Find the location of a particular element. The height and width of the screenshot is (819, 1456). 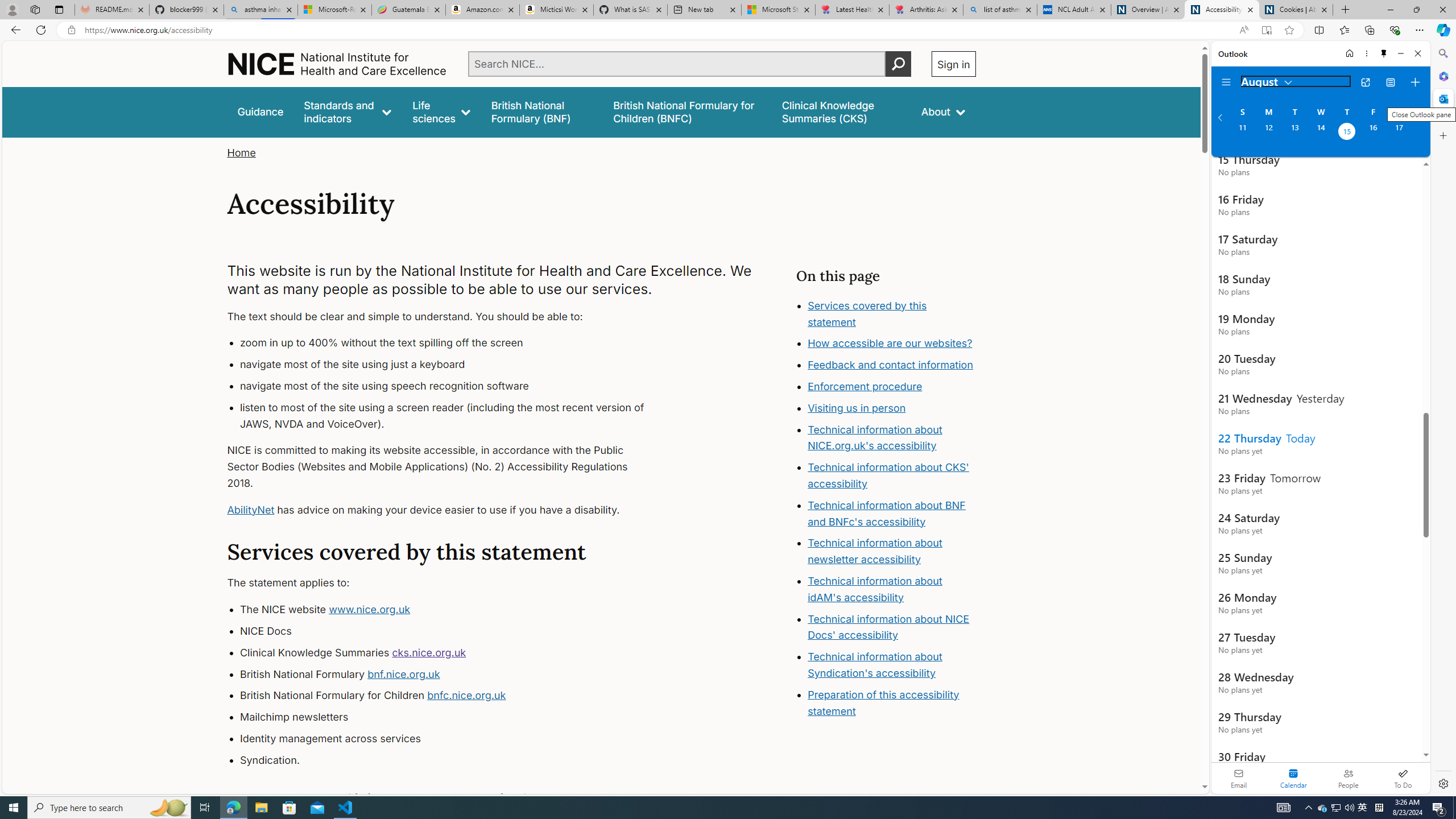

'navigate most of the site using just a keyboard' is located at coordinates (452, 364).